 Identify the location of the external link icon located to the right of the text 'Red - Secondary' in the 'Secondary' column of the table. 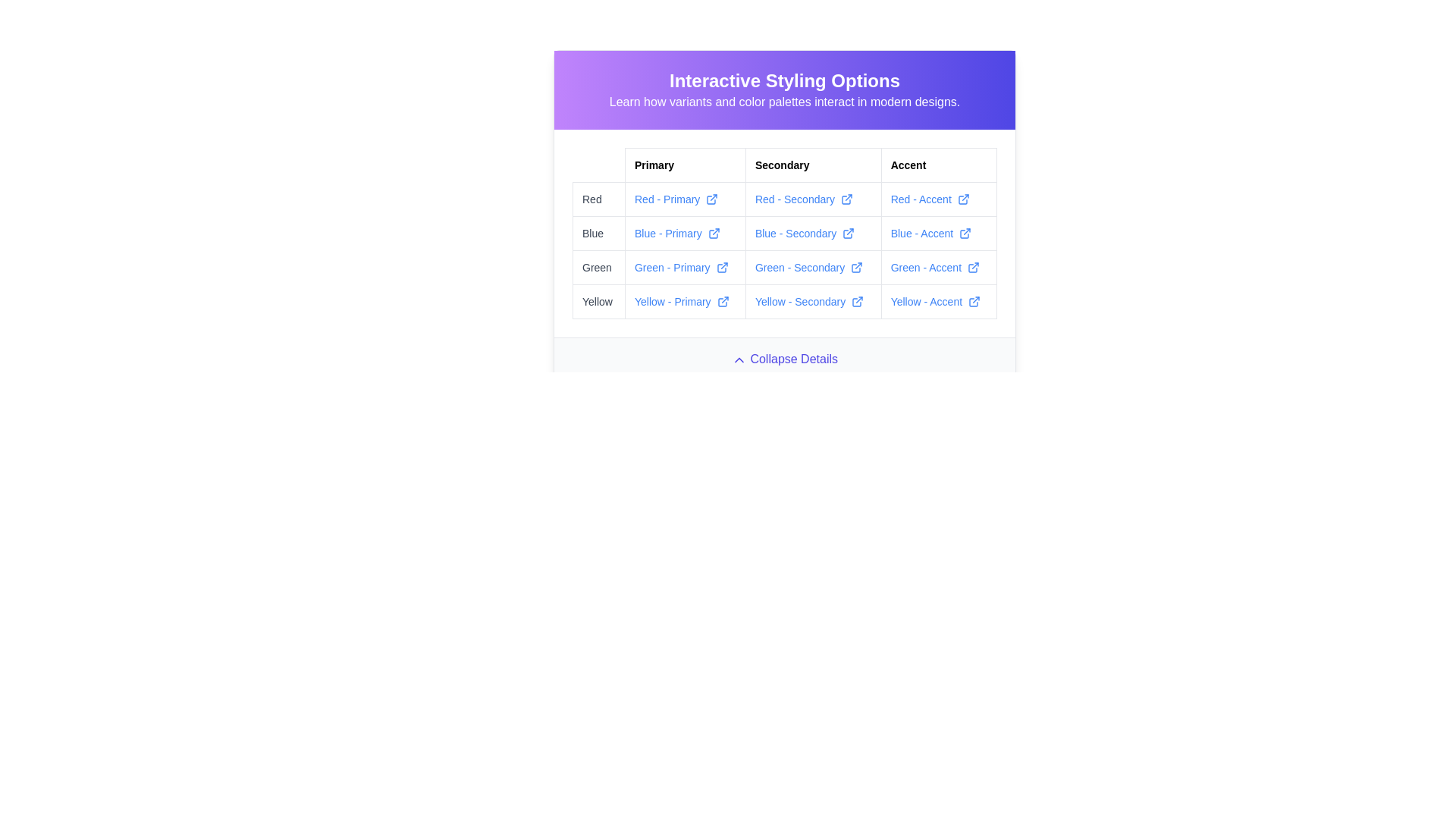
(846, 198).